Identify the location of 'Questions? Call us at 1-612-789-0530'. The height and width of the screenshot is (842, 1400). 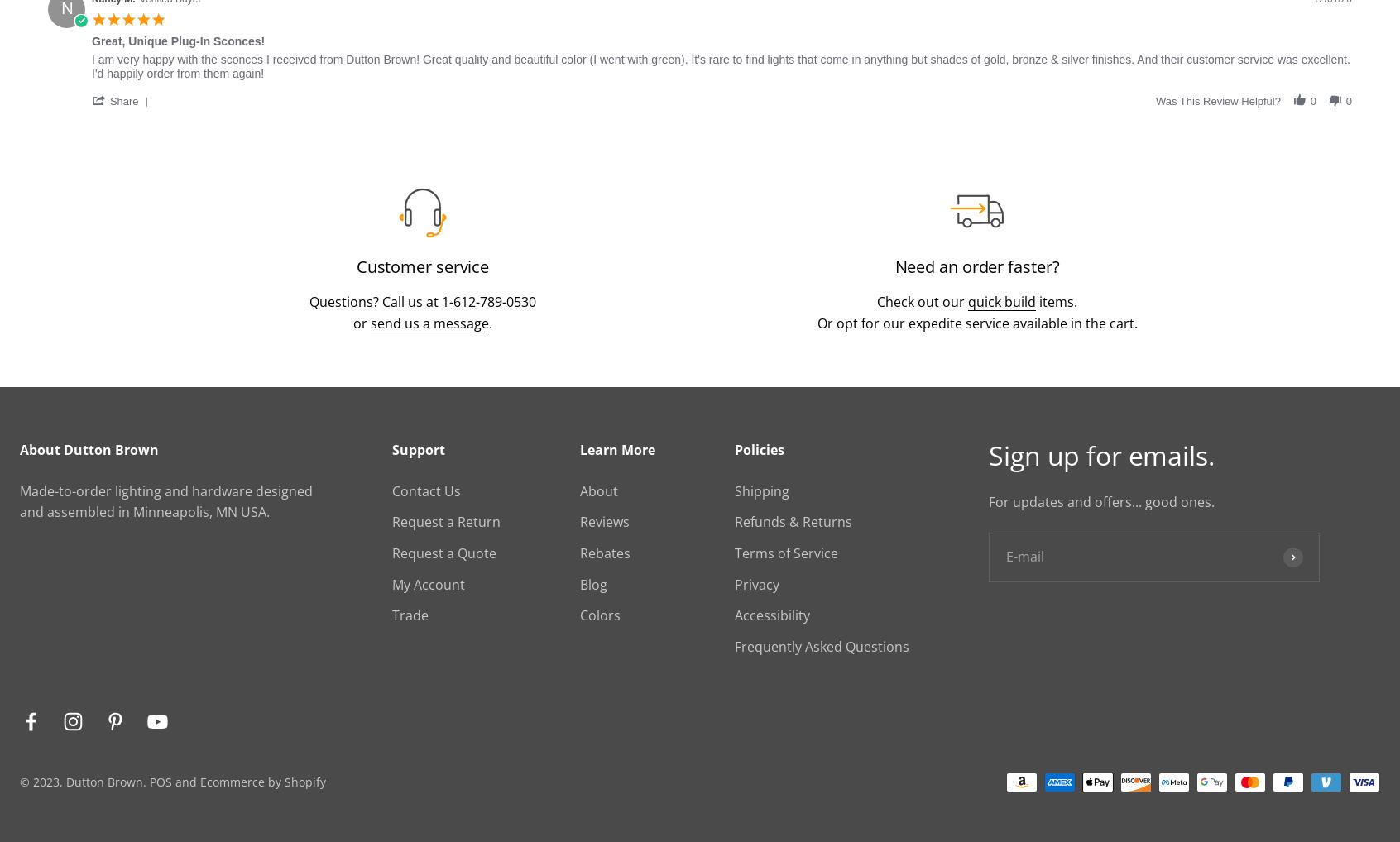
(422, 301).